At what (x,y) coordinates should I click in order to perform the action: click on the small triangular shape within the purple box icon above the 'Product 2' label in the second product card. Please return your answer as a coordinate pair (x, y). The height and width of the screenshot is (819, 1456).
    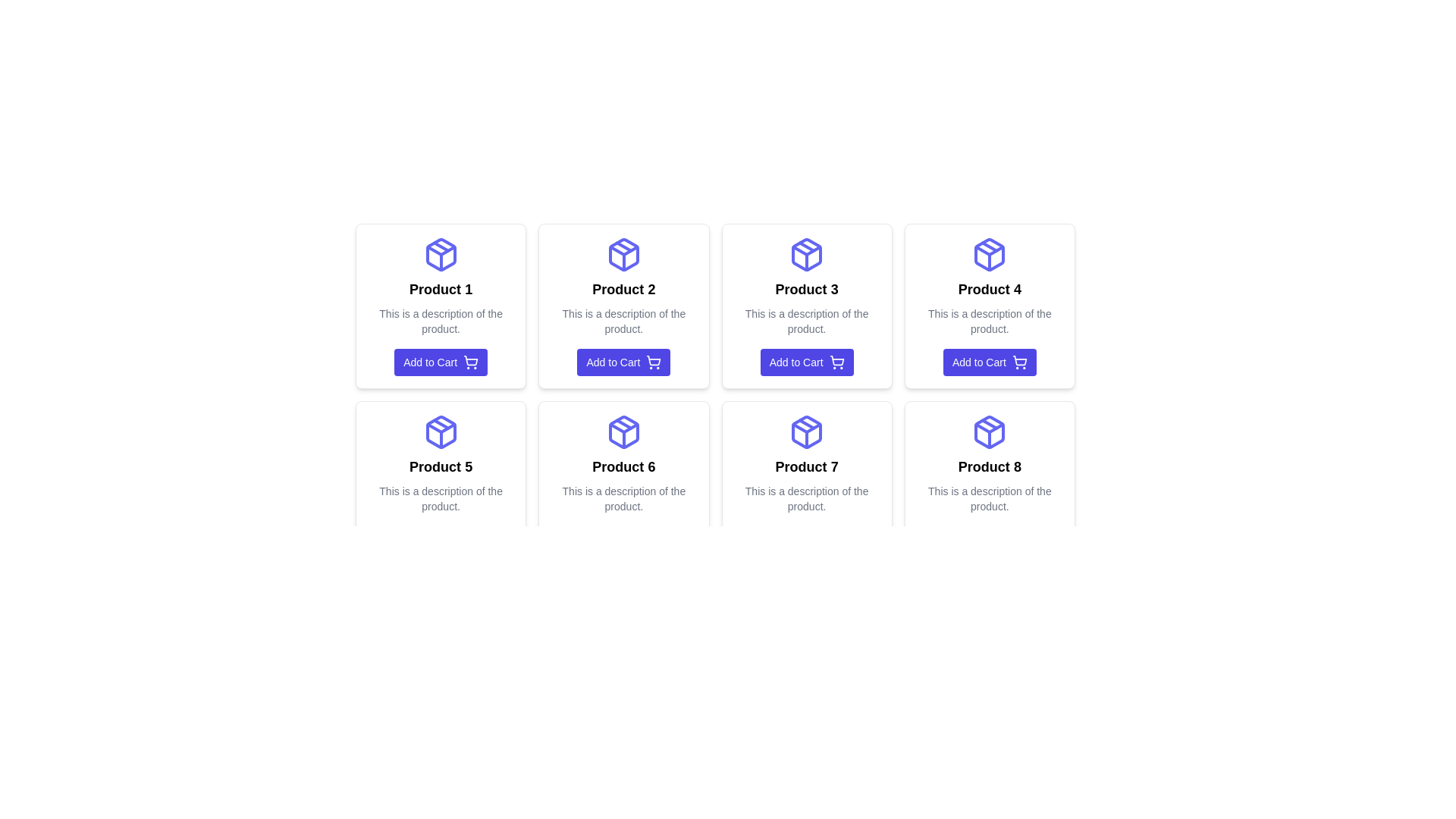
    Looking at the image, I should click on (623, 250).